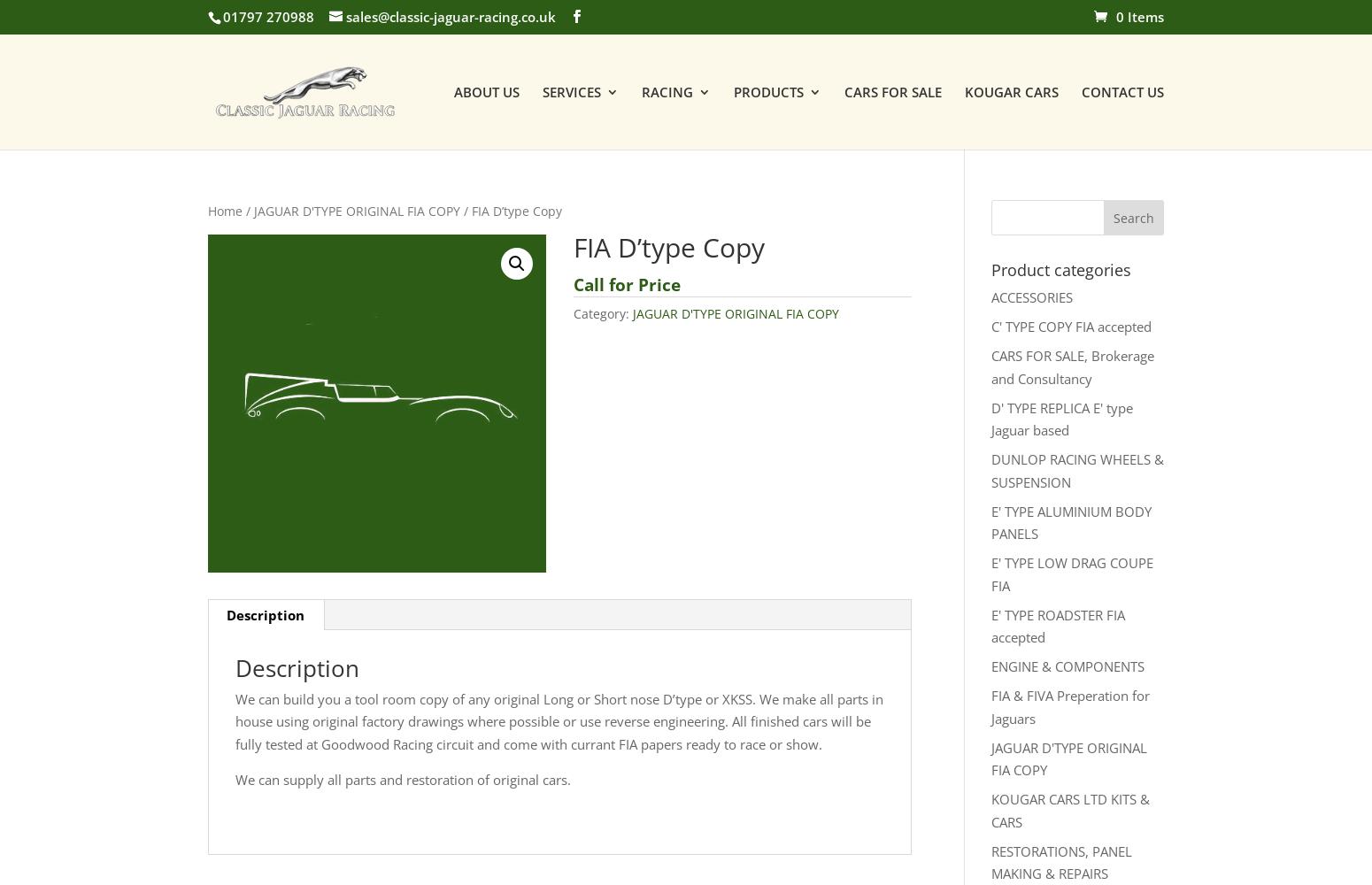  I want to click on 'We can build you a tool room copy of any original Long or Short nose D’type or XKSS. We make all parts in house using original factory drawings where possible or use reverse engineering. All finished cars will be fully tested at Goodwood Racing circuit and come with currant FIA papers ready to race or show.', so click(235, 720).